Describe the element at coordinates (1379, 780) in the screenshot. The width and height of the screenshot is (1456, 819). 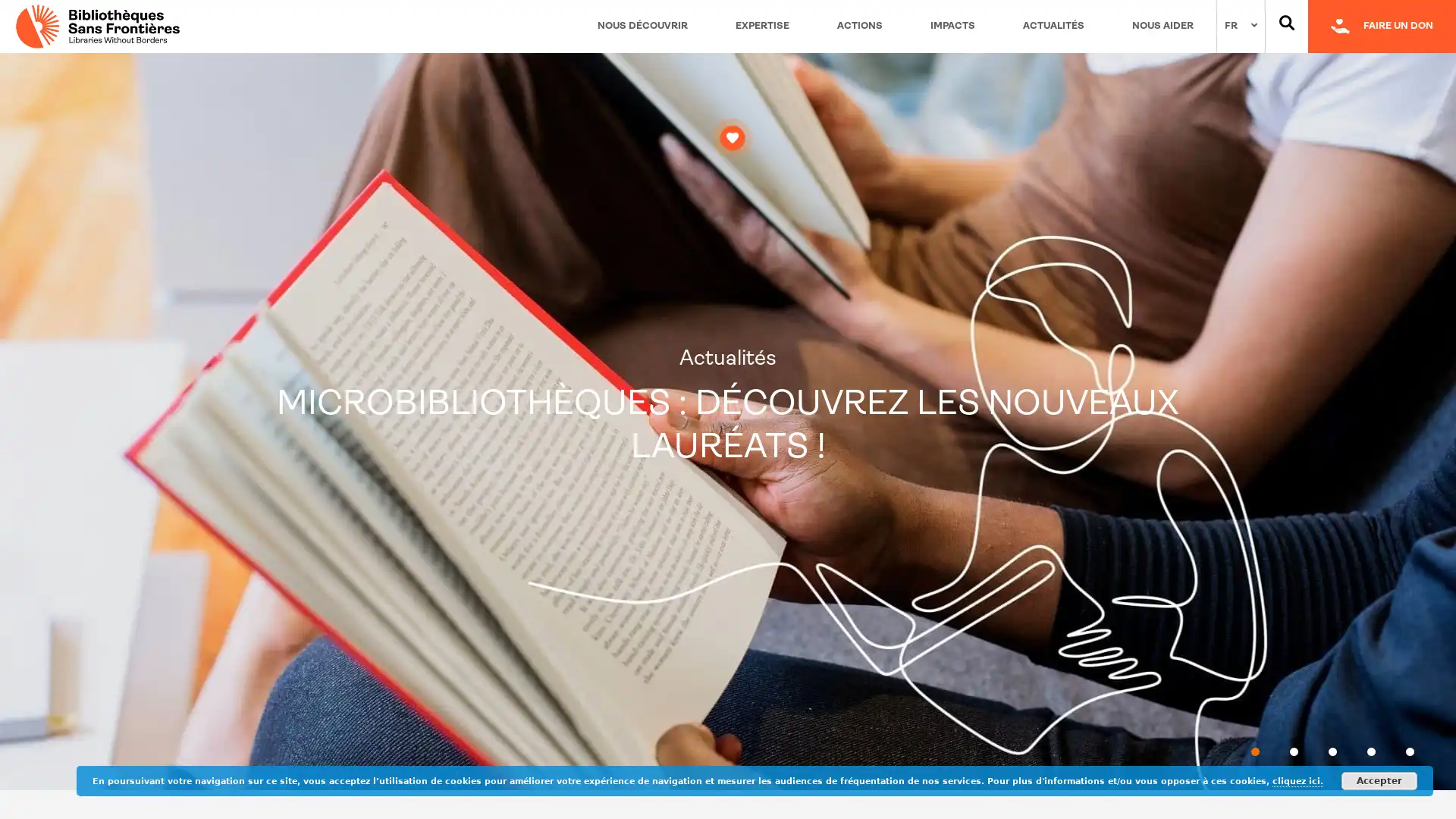
I see `Accepter` at that location.